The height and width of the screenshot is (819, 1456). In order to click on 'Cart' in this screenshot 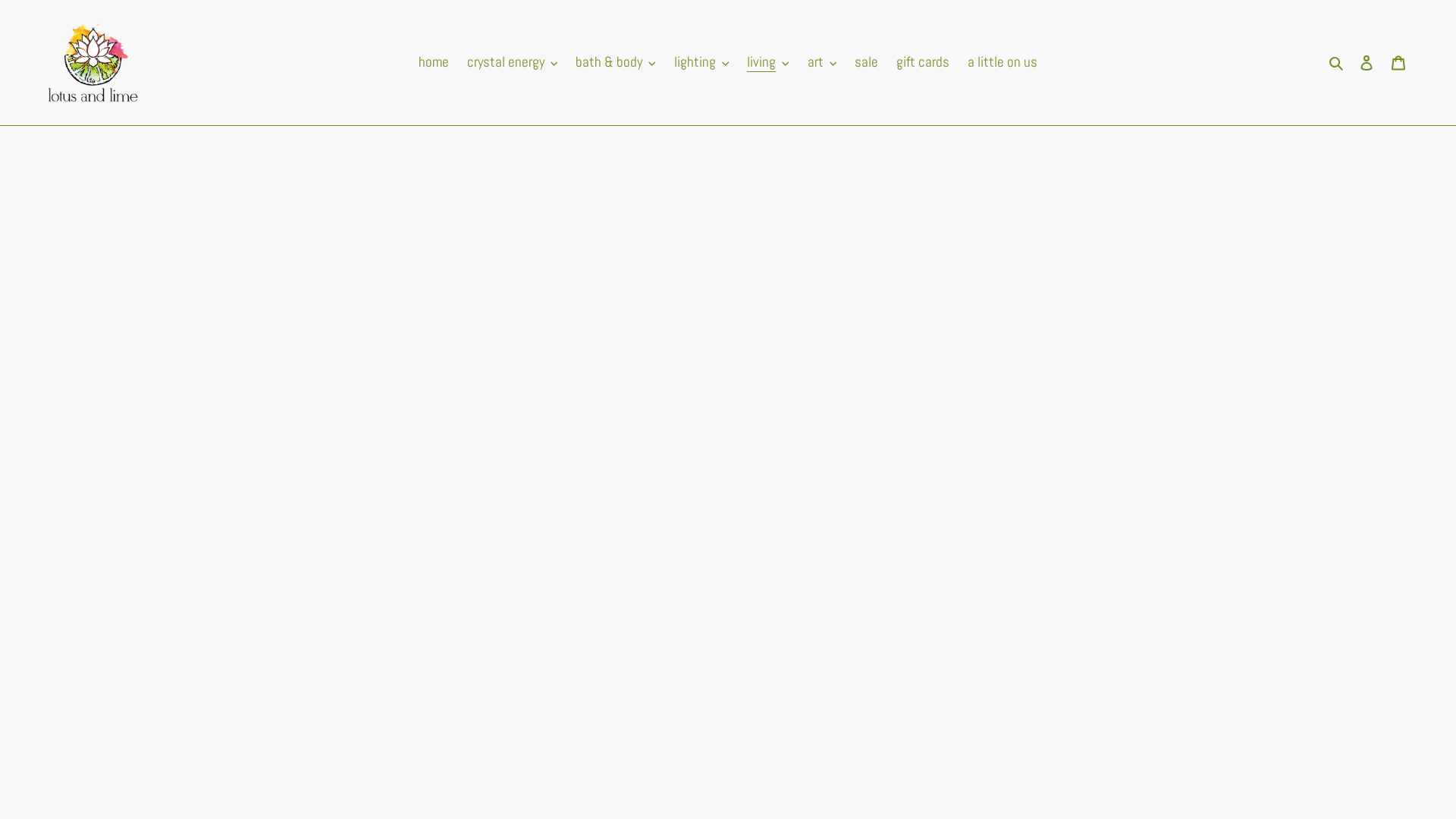, I will do `click(1397, 61)`.